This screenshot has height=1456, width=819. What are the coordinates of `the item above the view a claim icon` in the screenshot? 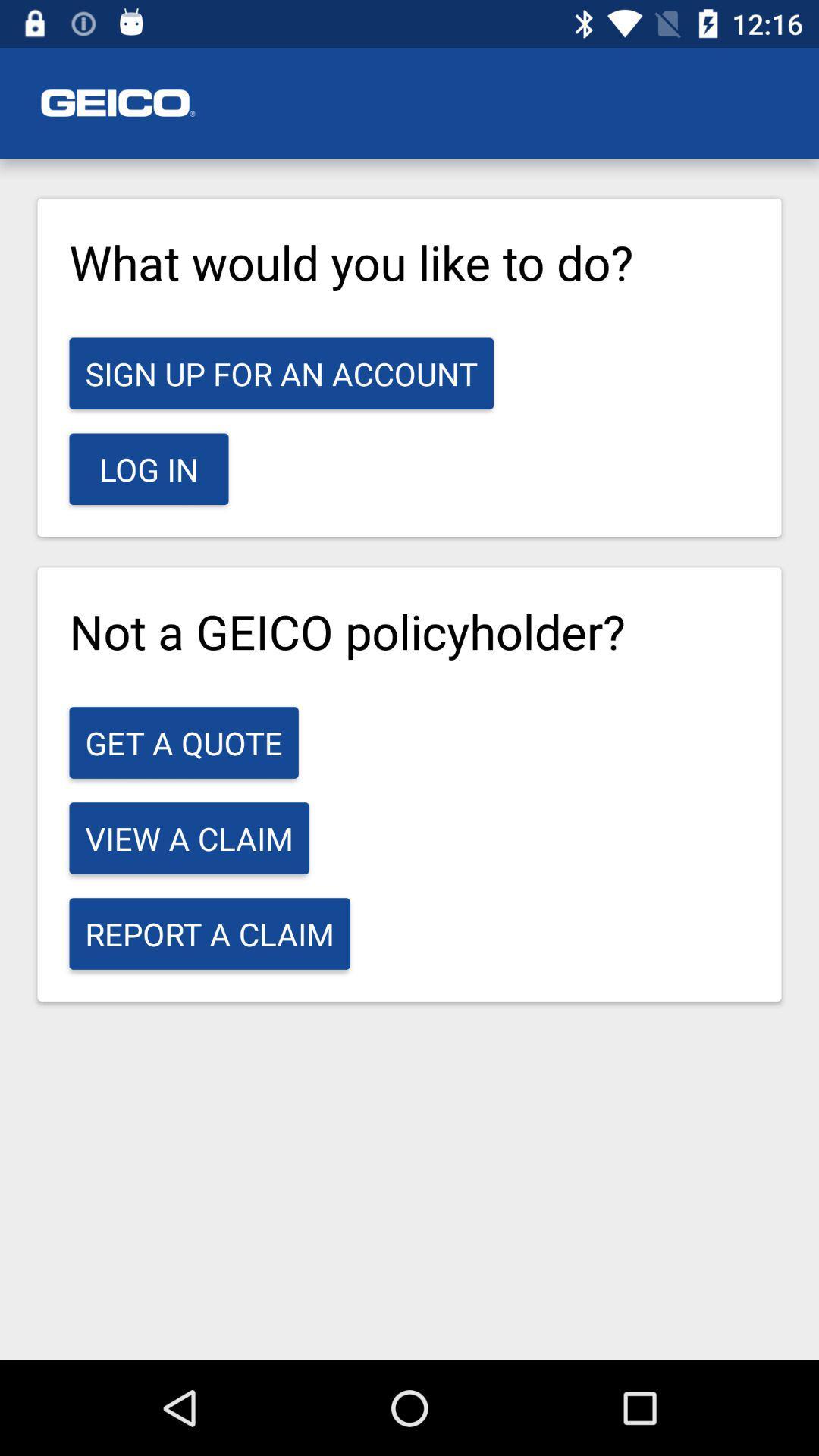 It's located at (183, 742).